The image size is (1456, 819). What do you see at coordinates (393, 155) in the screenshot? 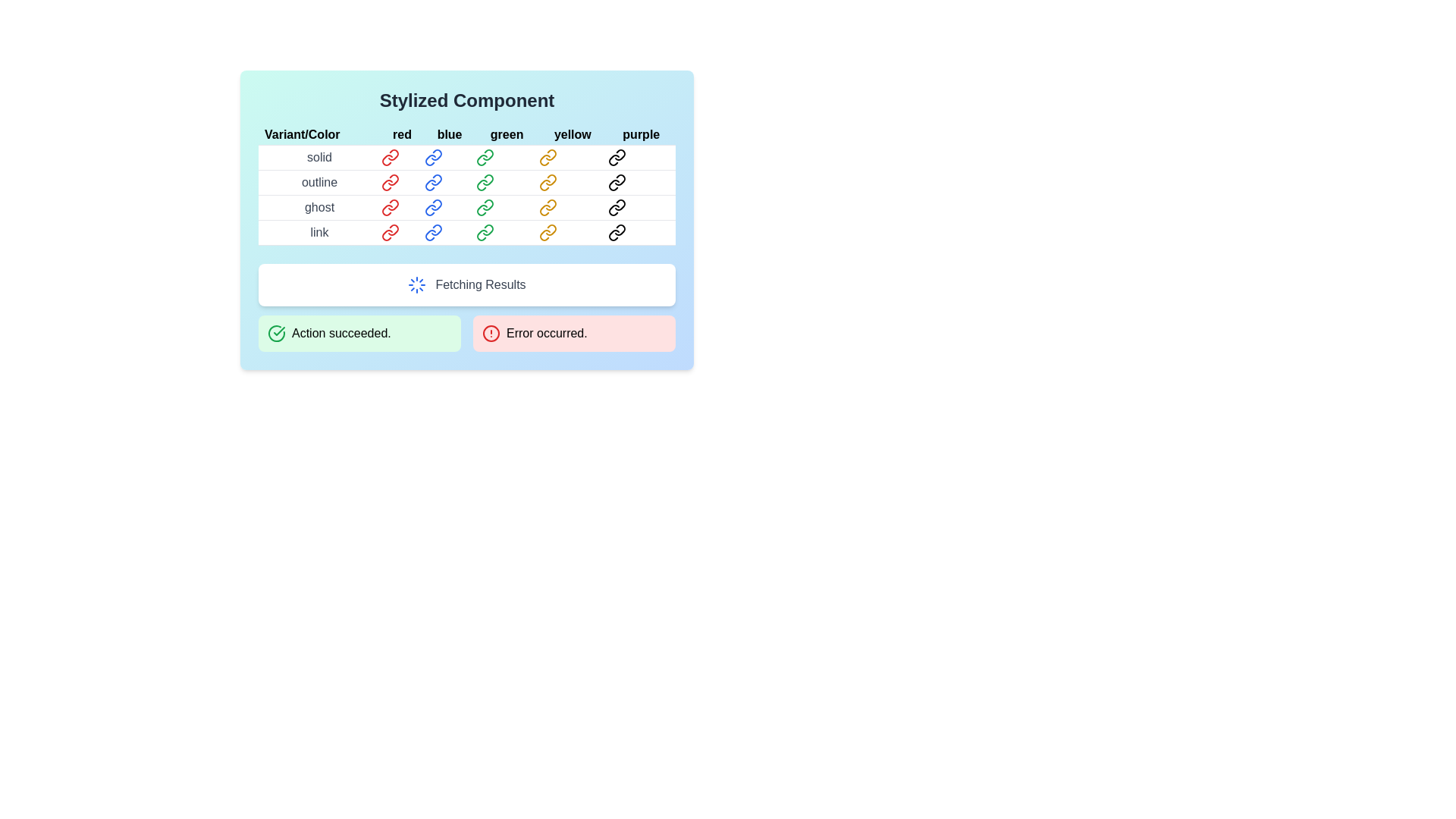
I see `the red link symbol icon located in the first cell of the table under the 'red' column and 'solid' row` at bounding box center [393, 155].